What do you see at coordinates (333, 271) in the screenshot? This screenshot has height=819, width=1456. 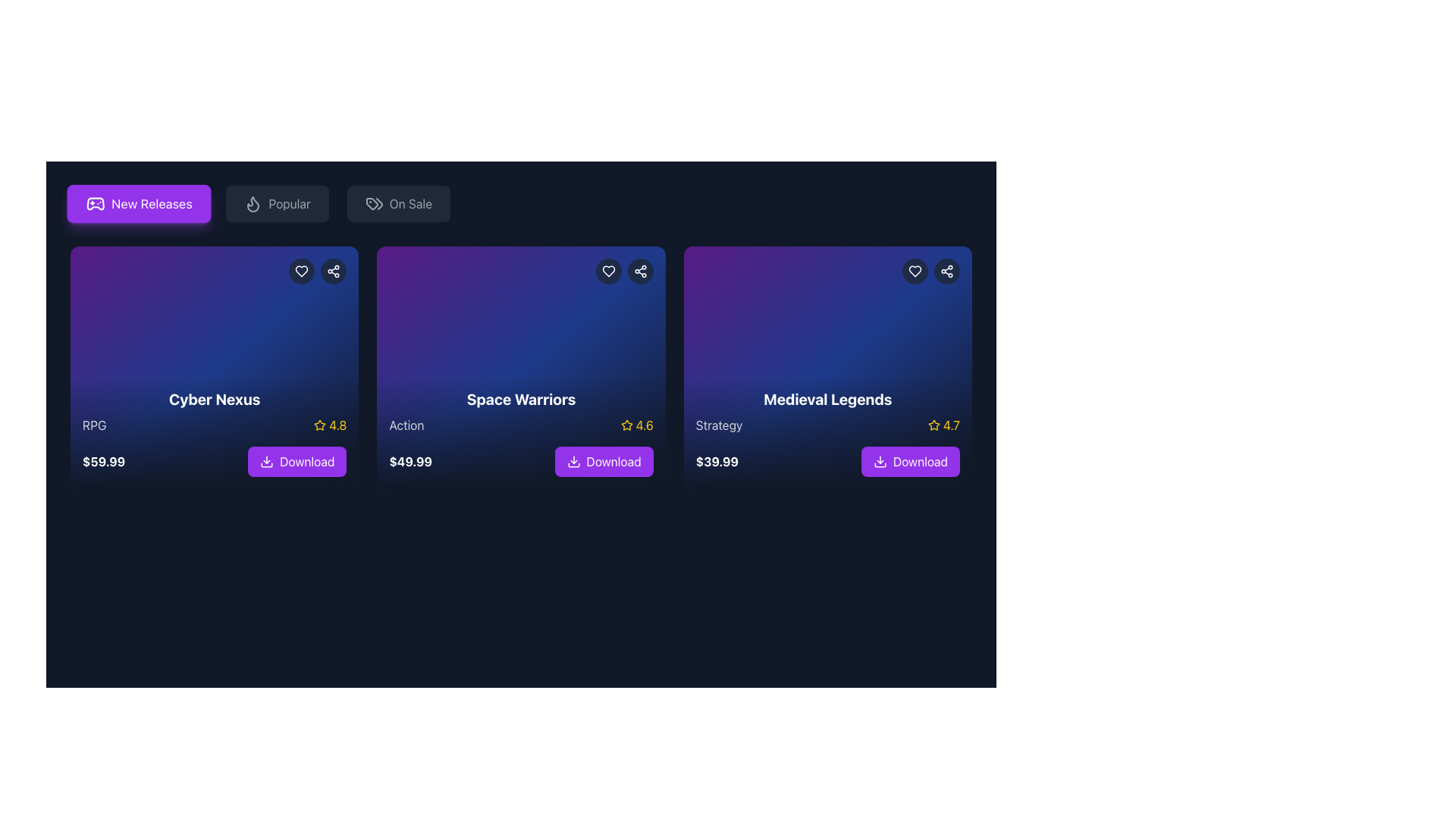 I see `the share icon button located in the top-right corner of the first card in the content grid` at bounding box center [333, 271].